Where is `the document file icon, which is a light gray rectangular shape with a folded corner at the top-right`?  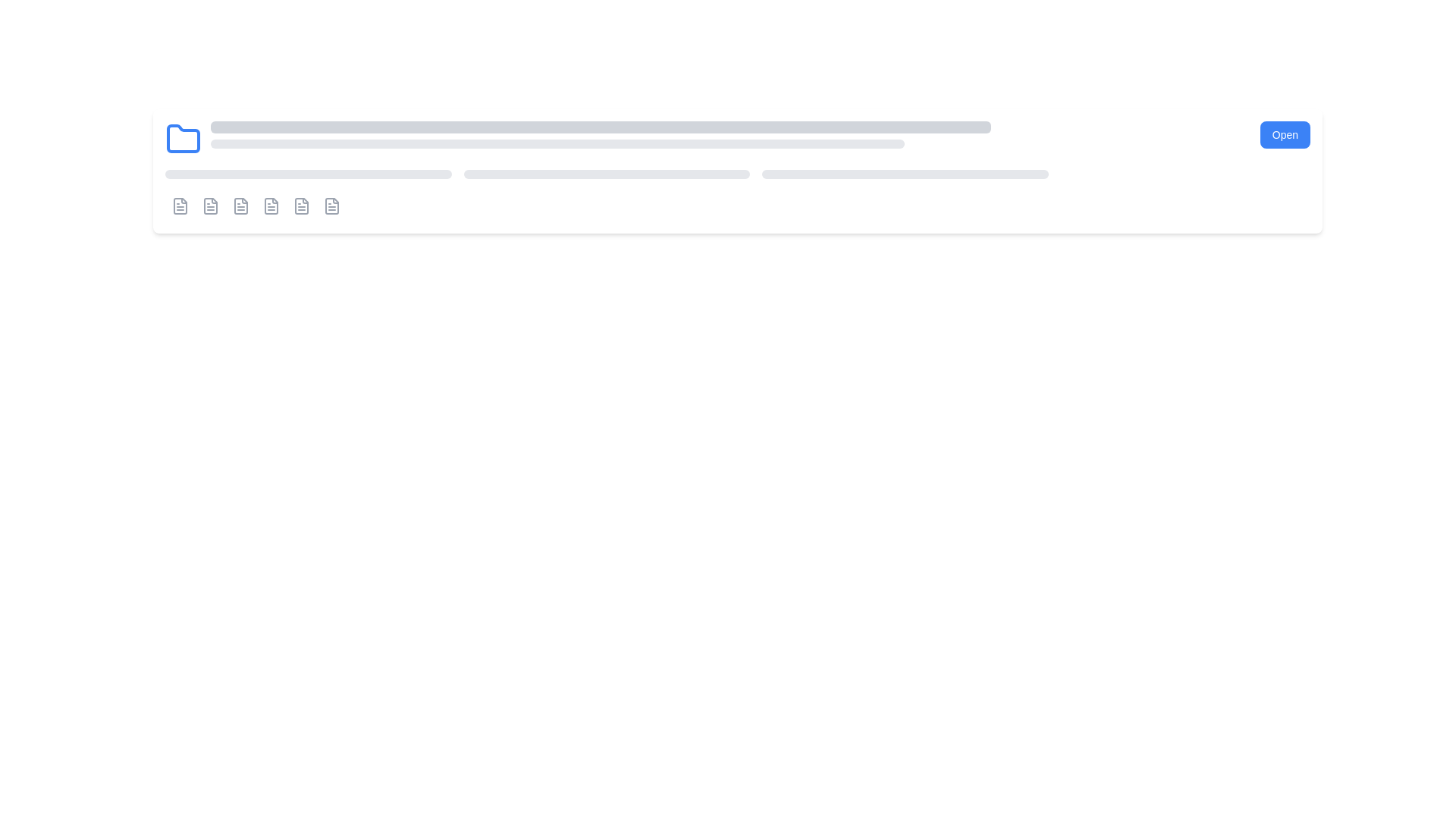
the document file icon, which is a light gray rectangular shape with a folded corner at the top-right is located at coordinates (210, 206).